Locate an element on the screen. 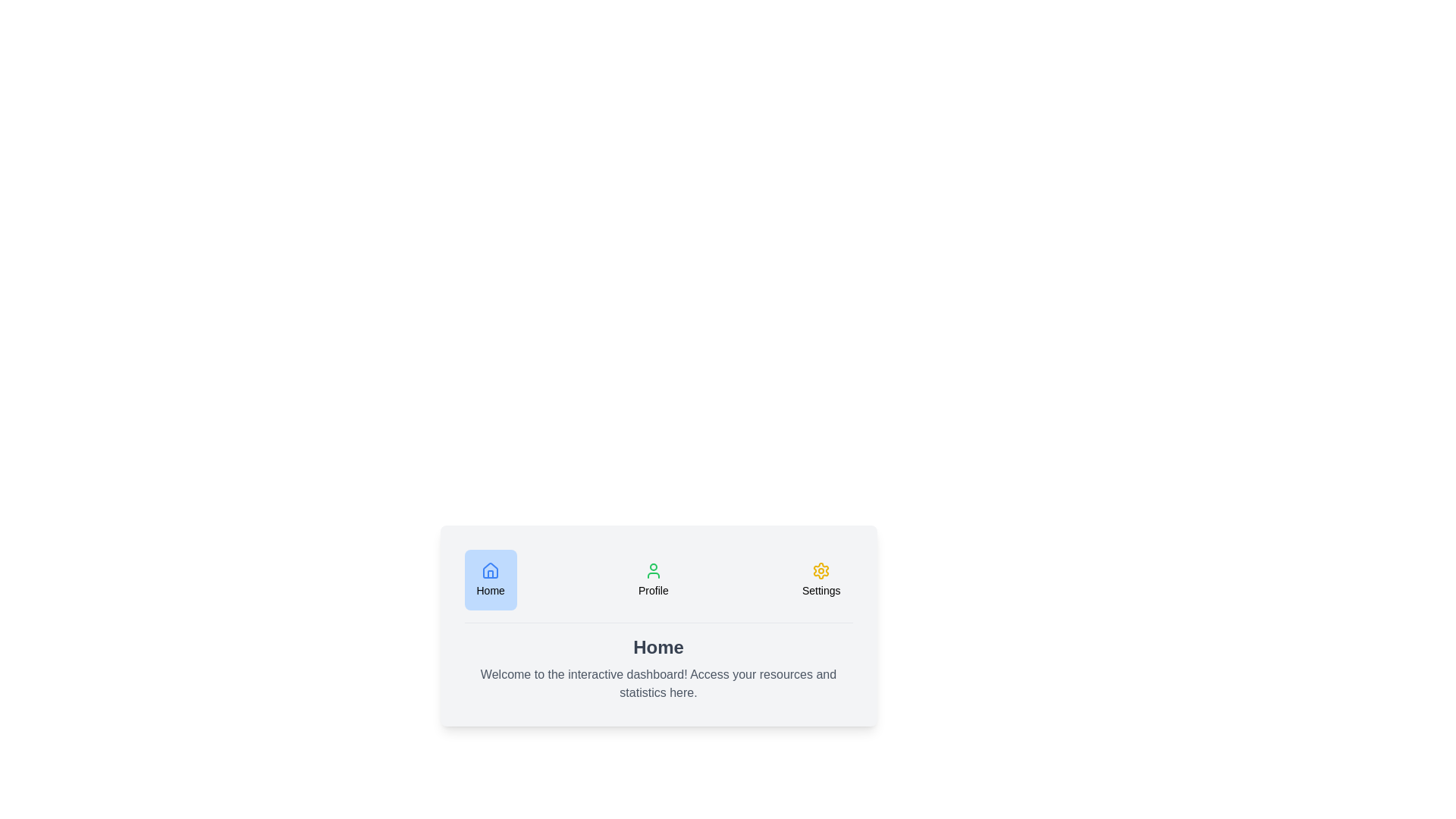  the tab button labeled 'Settings' to switch to the corresponding tab is located at coordinates (821, 579).